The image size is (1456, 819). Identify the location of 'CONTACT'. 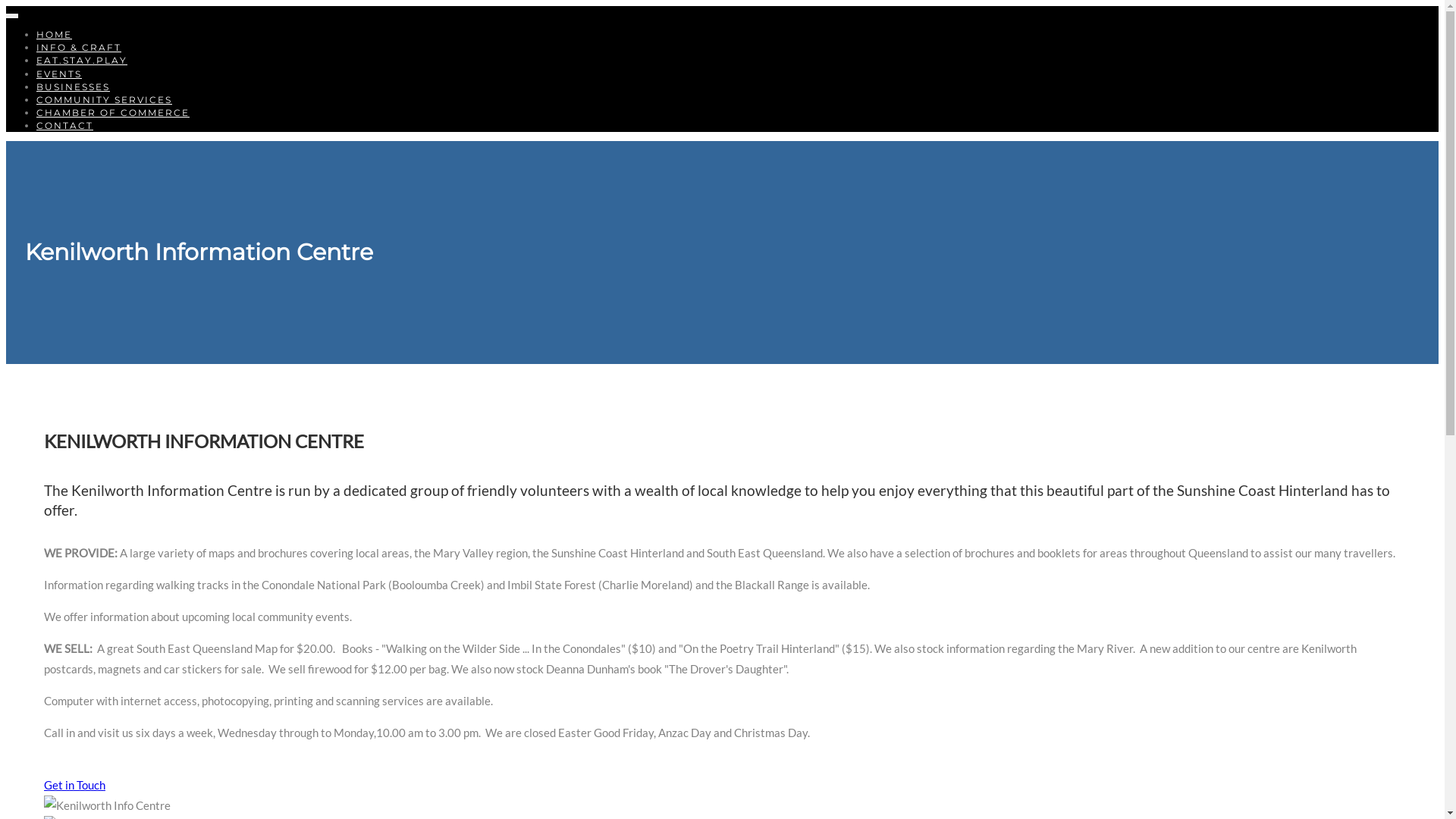
(64, 124).